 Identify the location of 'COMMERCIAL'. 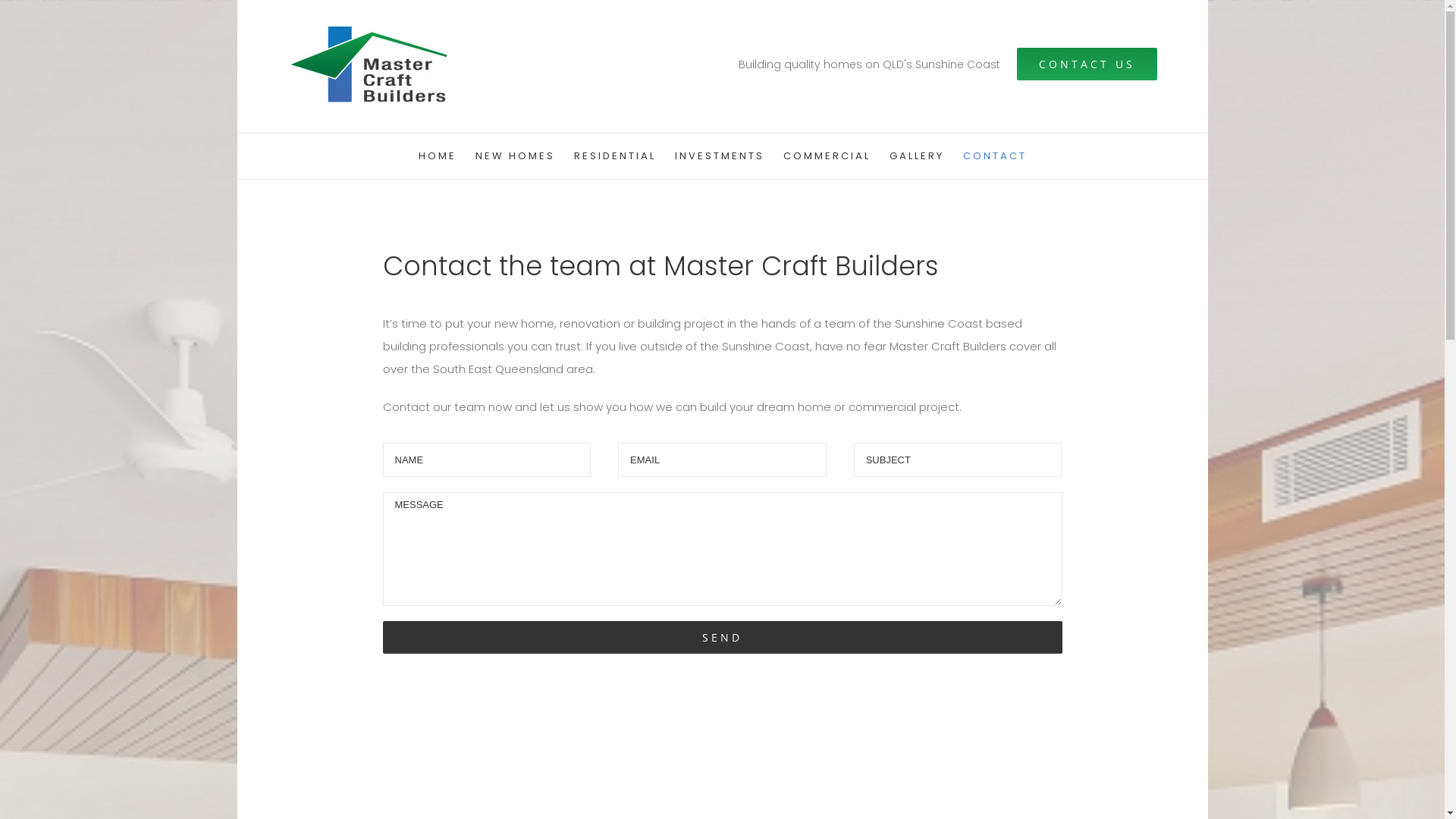
(825, 155).